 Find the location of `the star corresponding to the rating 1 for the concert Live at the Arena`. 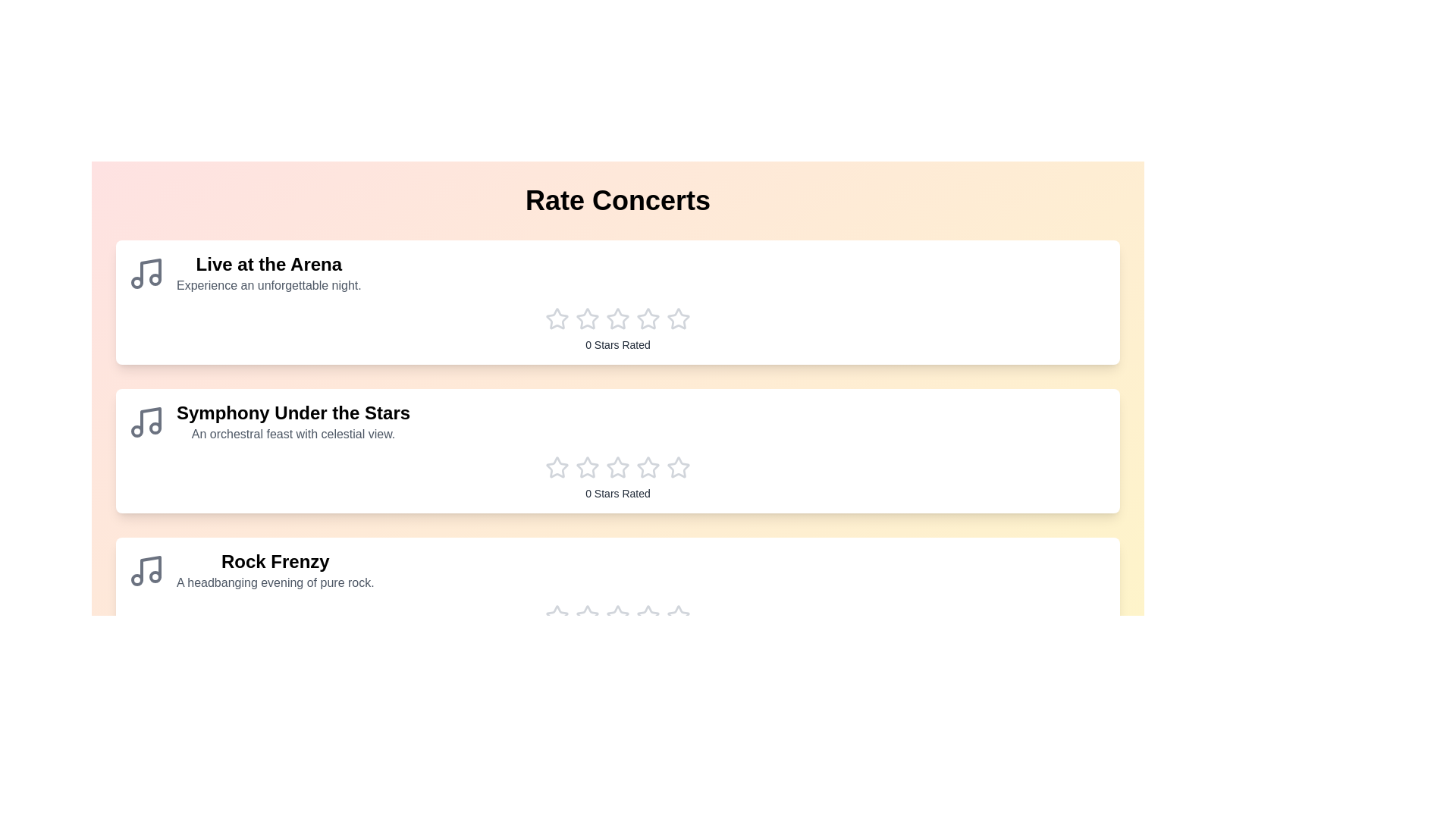

the star corresponding to the rating 1 for the concert Live at the Arena is located at coordinates (556, 318).